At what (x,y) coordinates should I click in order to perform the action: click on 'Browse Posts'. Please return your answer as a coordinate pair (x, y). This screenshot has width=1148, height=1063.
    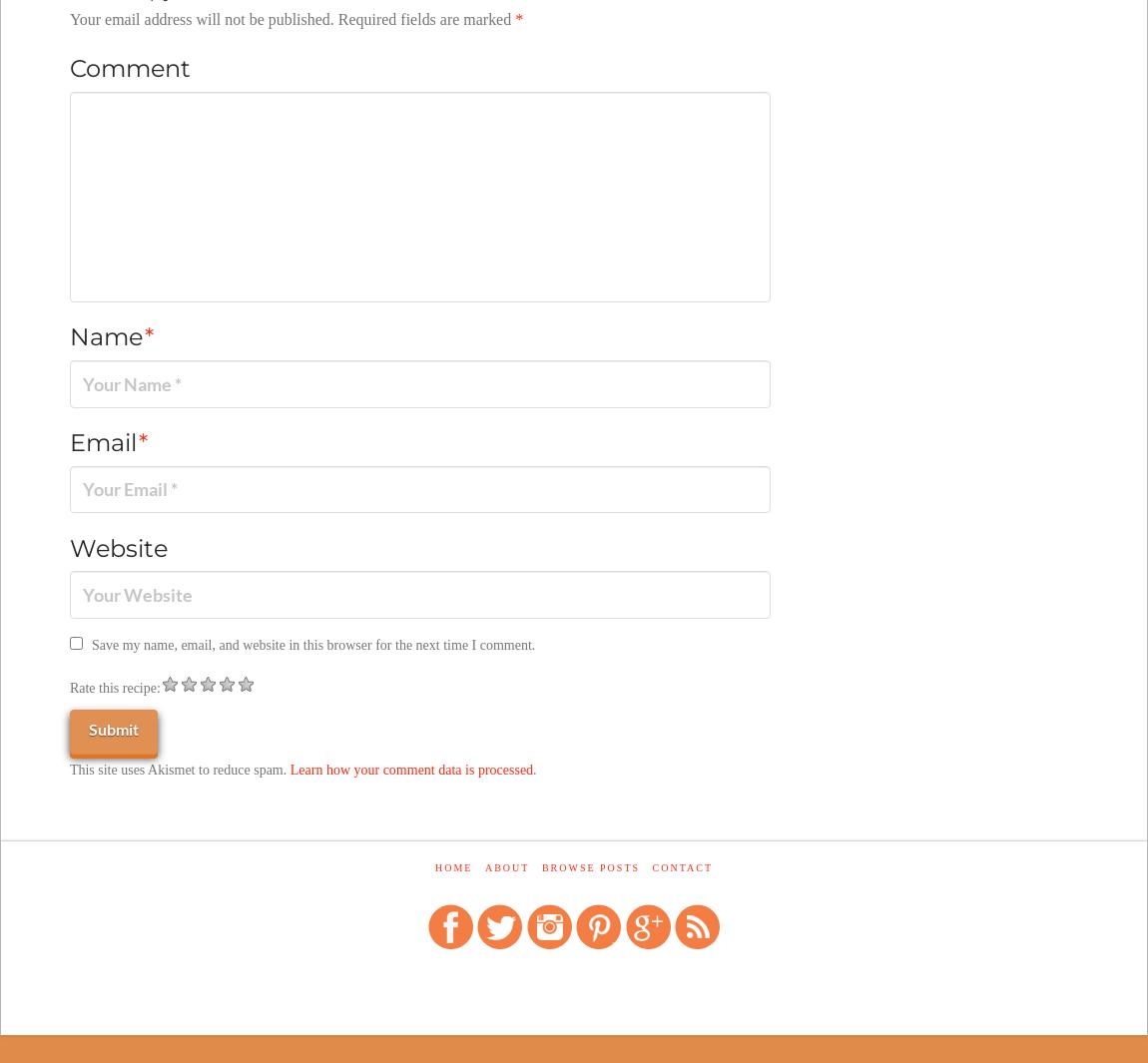
    Looking at the image, I should click on (589, 867).